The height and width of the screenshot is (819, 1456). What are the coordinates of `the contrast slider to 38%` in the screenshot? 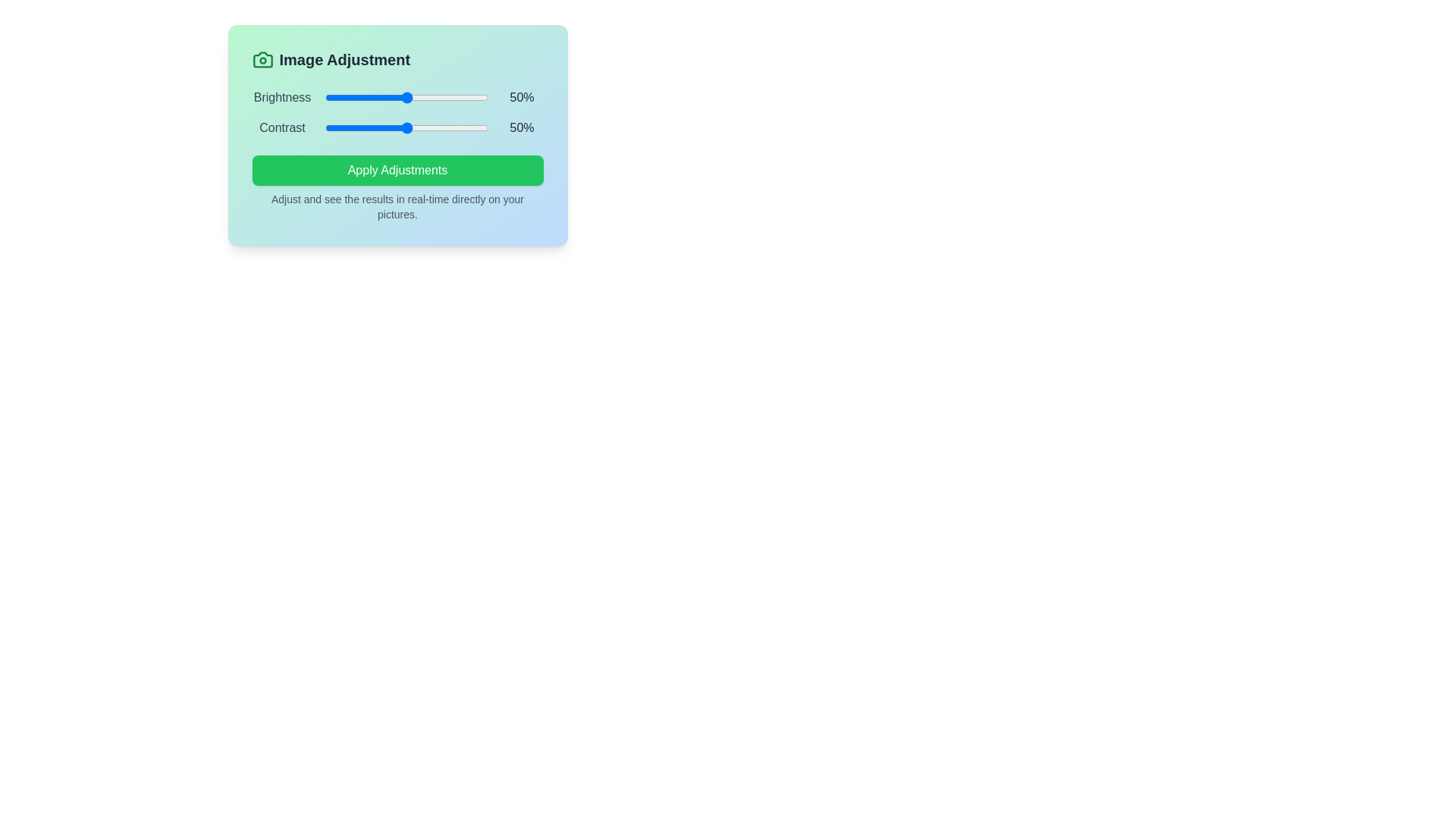 It's located at (387, 127).